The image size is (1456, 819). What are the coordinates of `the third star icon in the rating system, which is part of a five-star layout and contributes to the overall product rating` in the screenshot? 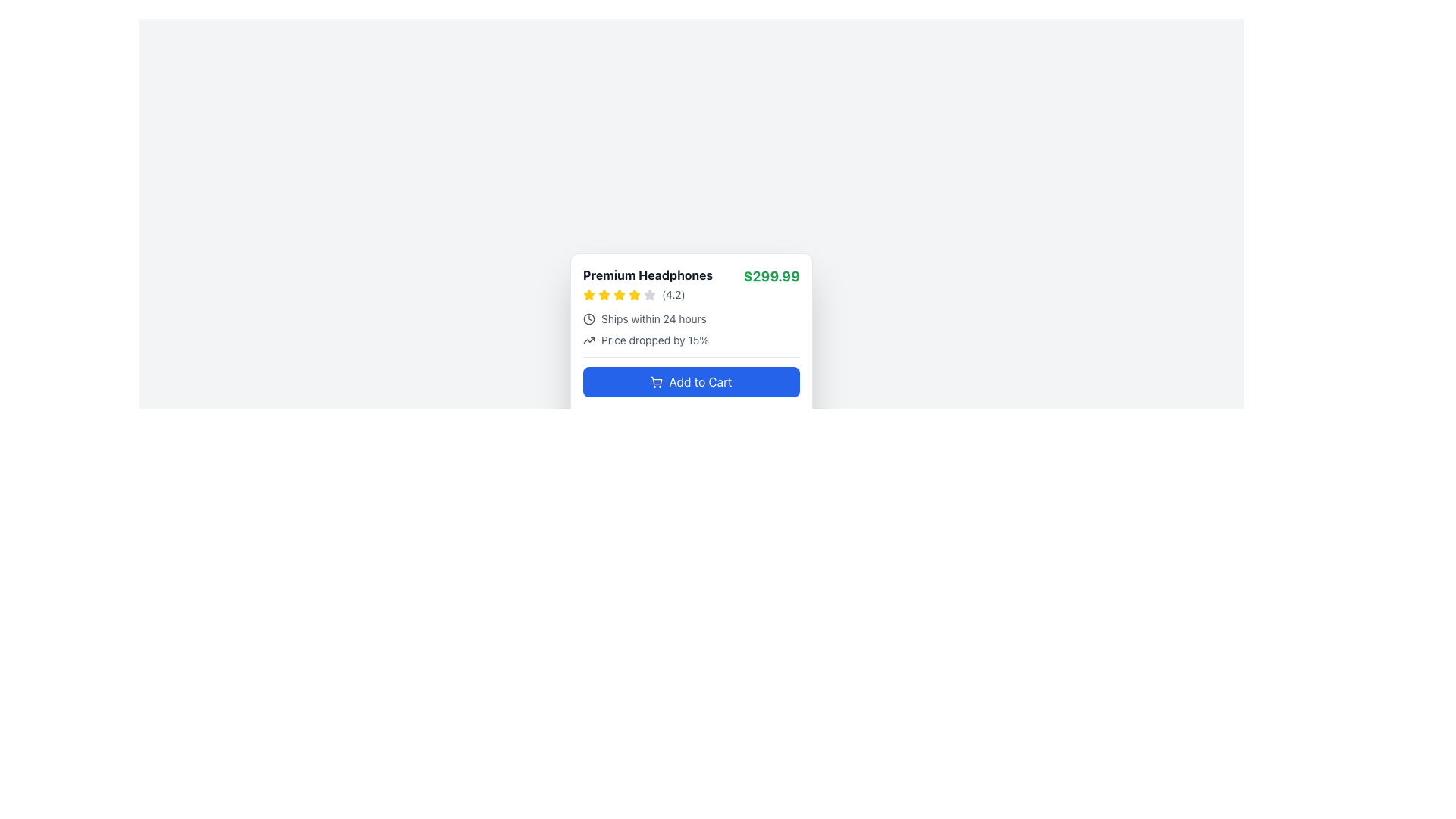 It's located at (603, 295).